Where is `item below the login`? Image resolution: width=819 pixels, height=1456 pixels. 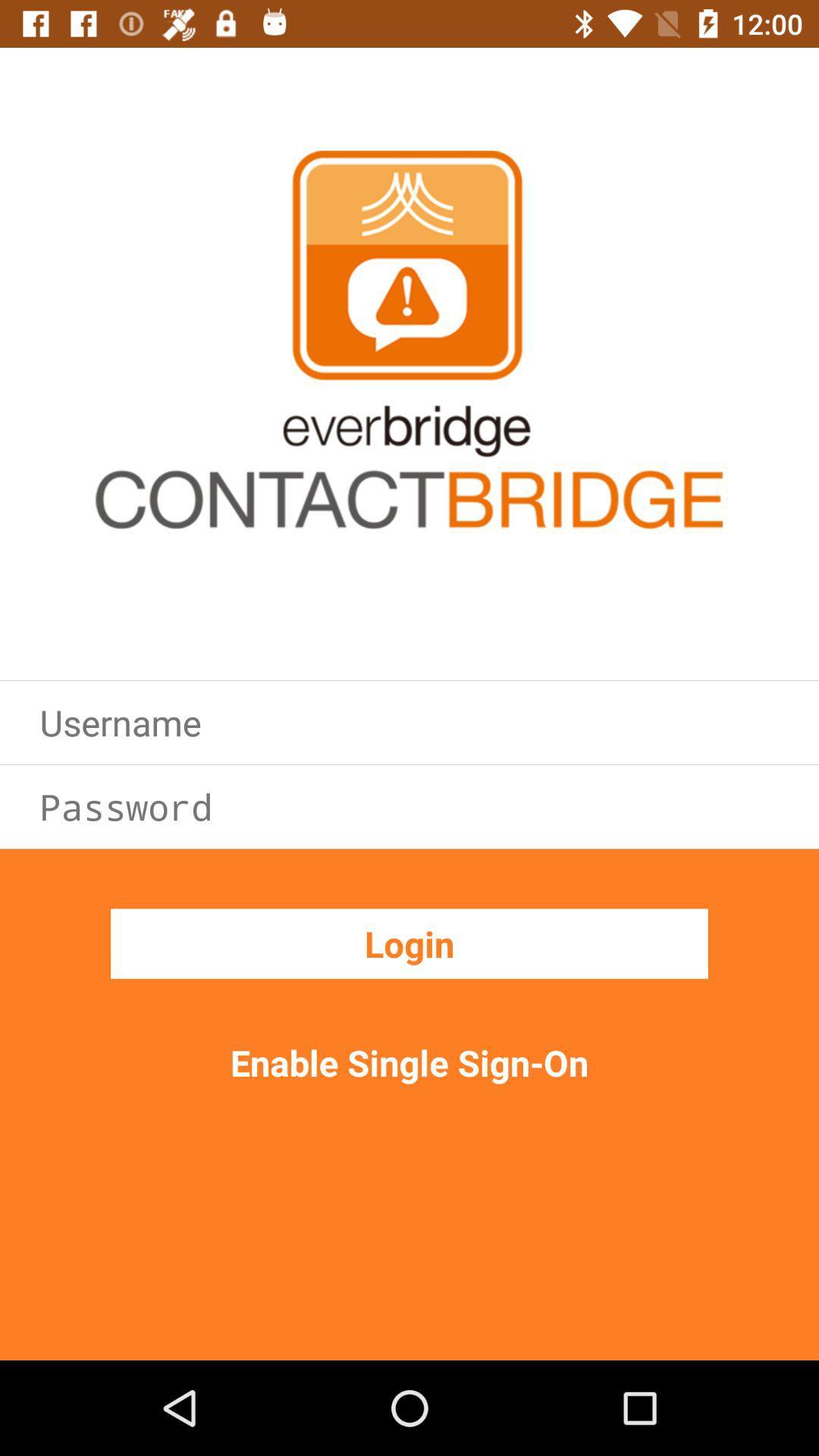 item below the login is located at coordinates (409, 1062).